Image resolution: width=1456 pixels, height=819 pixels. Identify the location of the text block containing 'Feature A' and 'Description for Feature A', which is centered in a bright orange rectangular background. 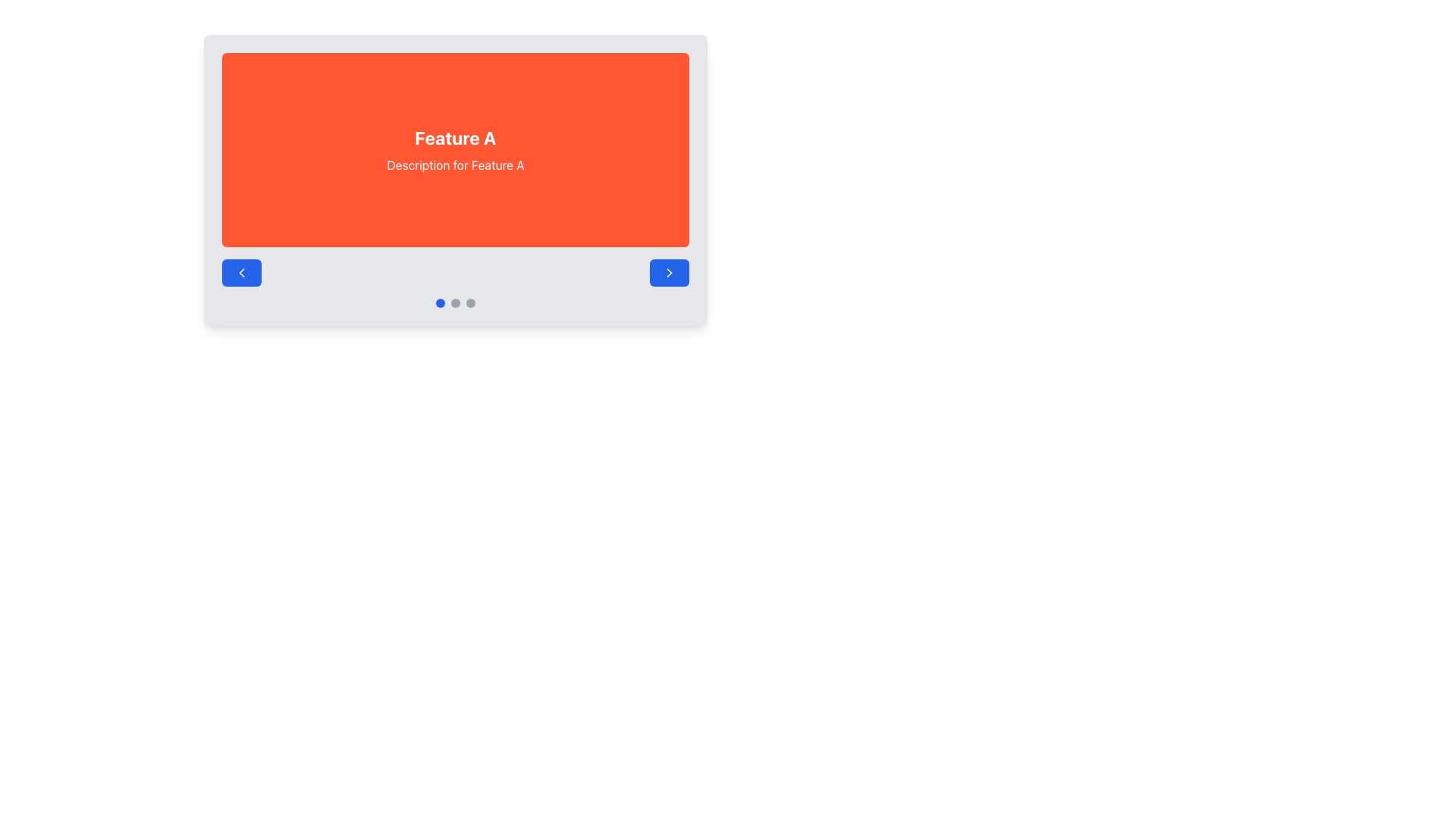
(454, 149).